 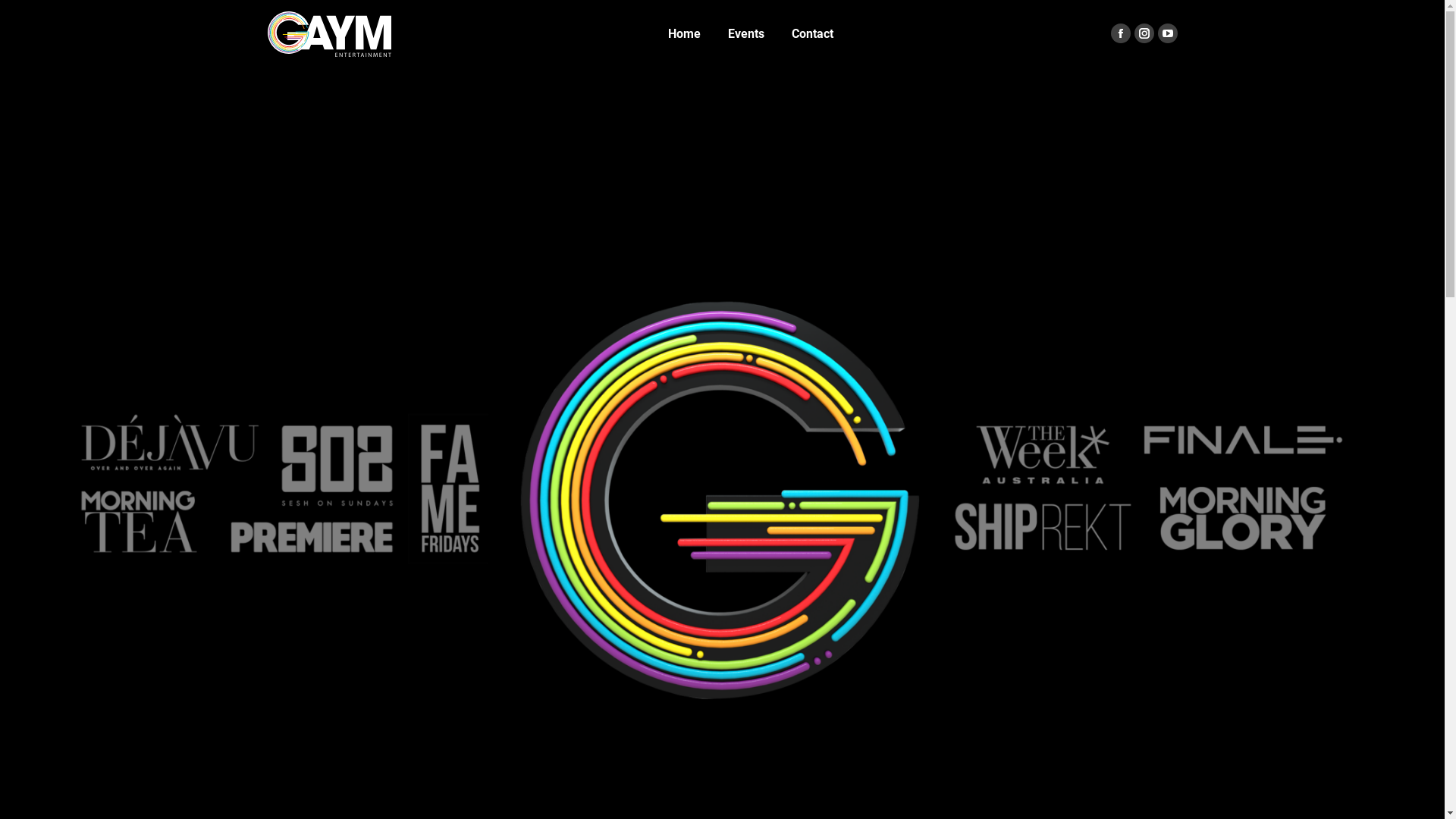 What do you see at coordinates (683, 34) in the screenshot?
I see `'Home'` at bounding box center [683, 34].